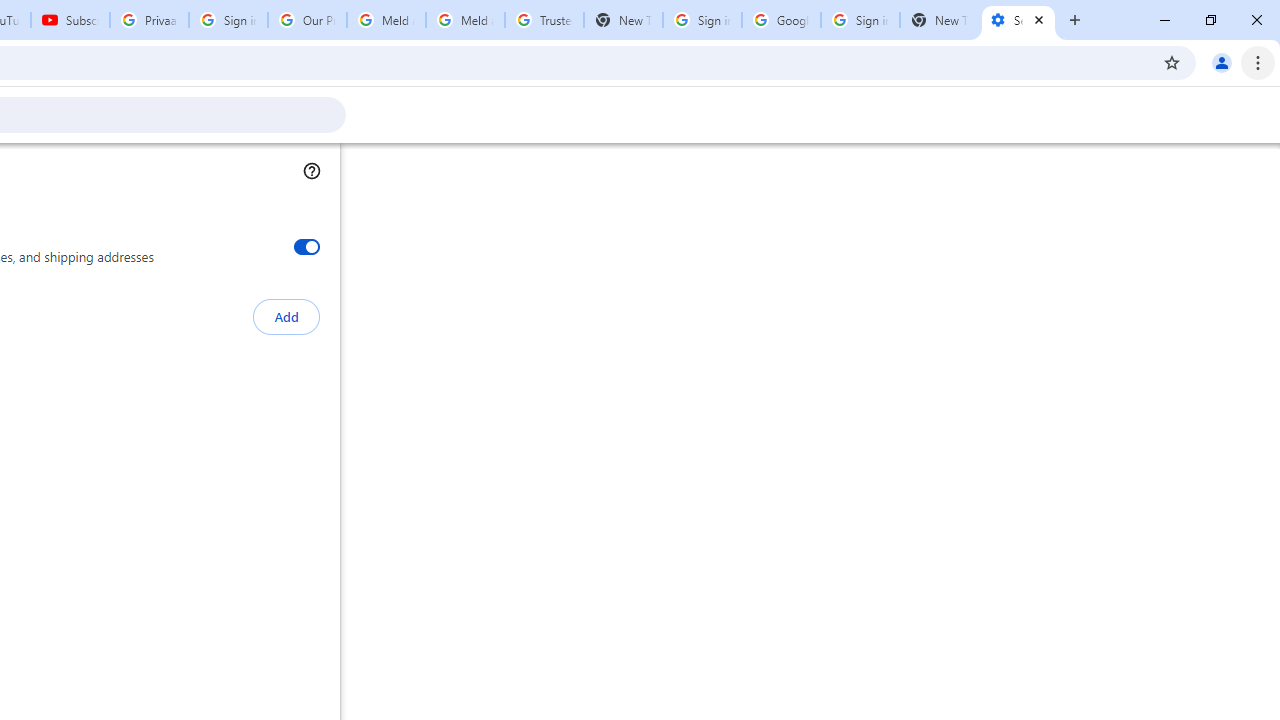 This screenshot has height=720, width=1280. Describe the element at coordinates (1018, 20) in the screenshot. I see `'Settings - Addresses and more'` at that location.